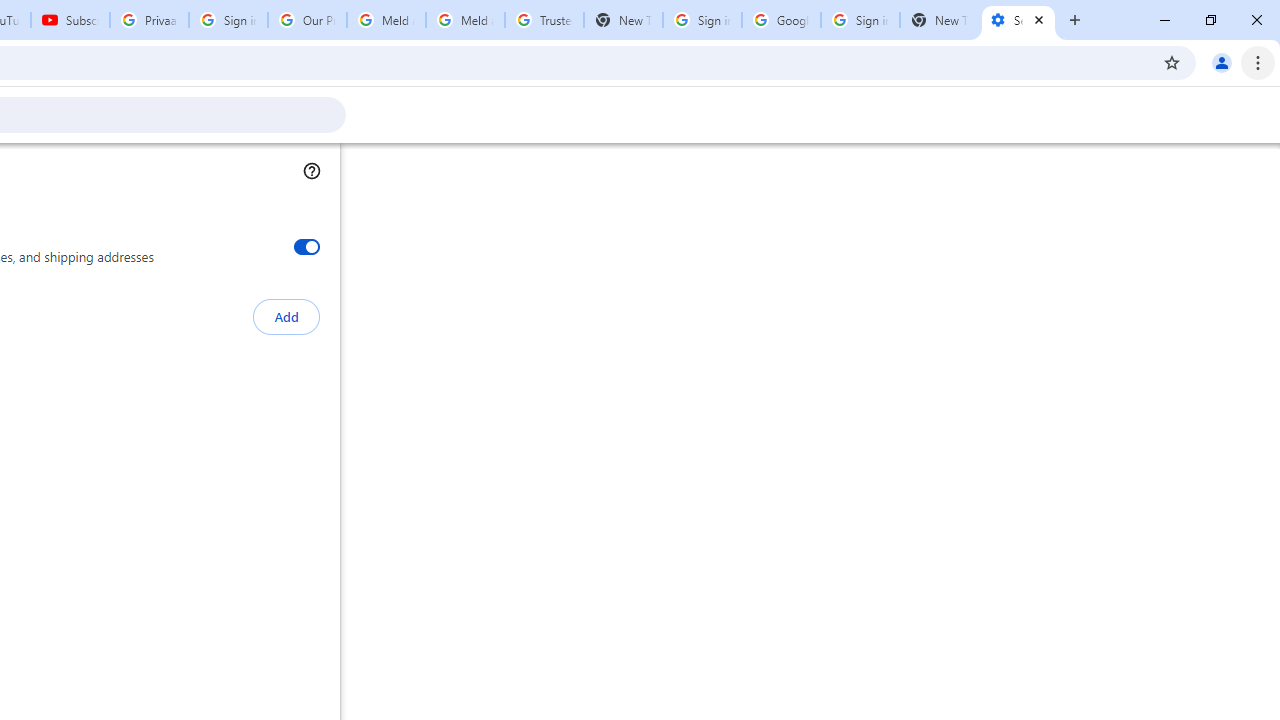 This screenshot has height=720, width=1280. Describe the element at coordinates (1018, 20) in the screenshot. I see `'Settings - Addresses and more'` at that location.